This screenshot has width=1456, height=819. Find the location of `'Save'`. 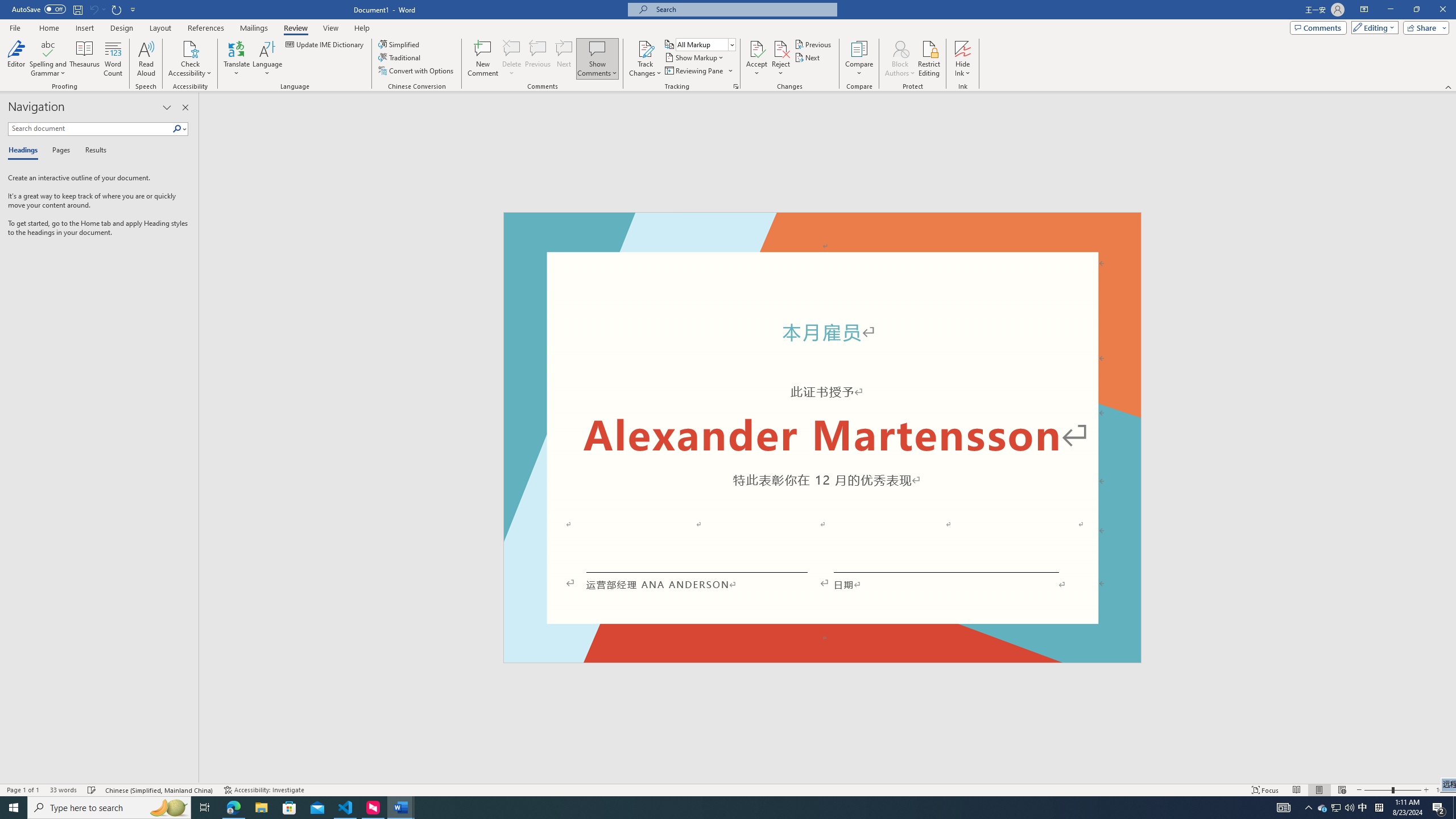

'Save' is located at coordinates (77, 9).